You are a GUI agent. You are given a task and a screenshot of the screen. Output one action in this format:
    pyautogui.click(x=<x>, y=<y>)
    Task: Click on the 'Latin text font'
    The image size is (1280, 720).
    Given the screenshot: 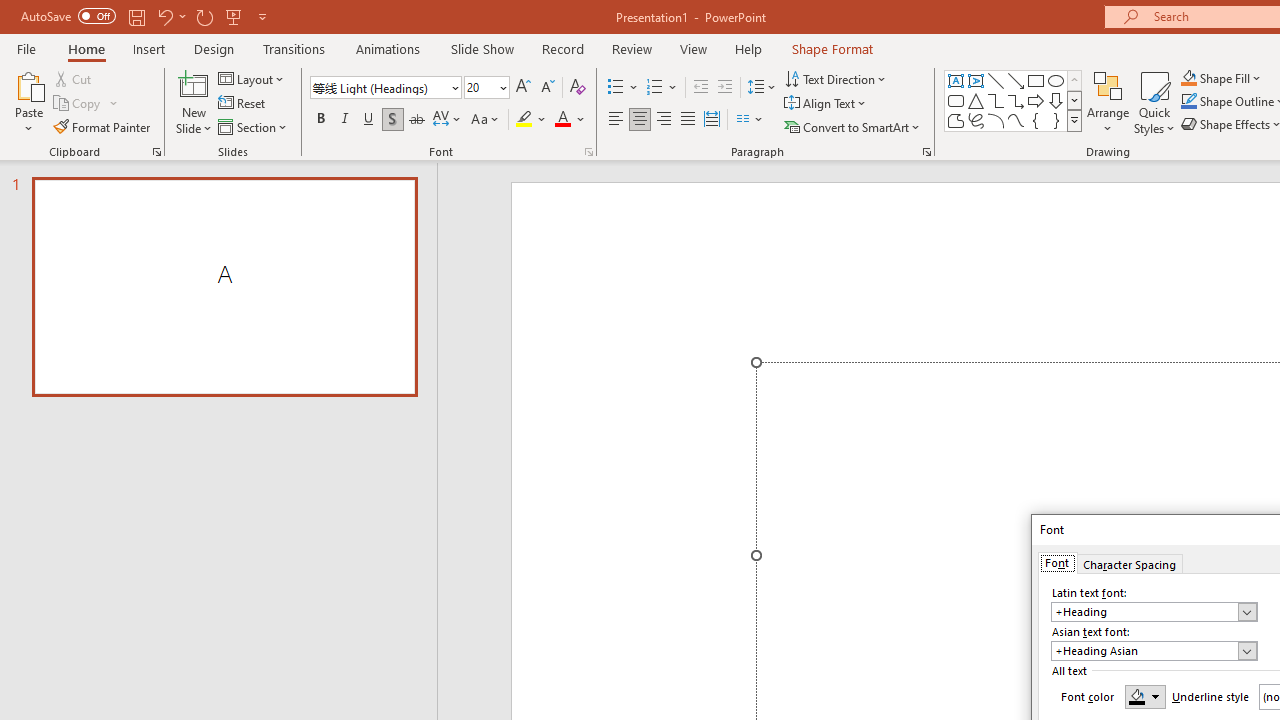 What is the action you would take?
    pyautogui.click(x=1144, y=611)
    